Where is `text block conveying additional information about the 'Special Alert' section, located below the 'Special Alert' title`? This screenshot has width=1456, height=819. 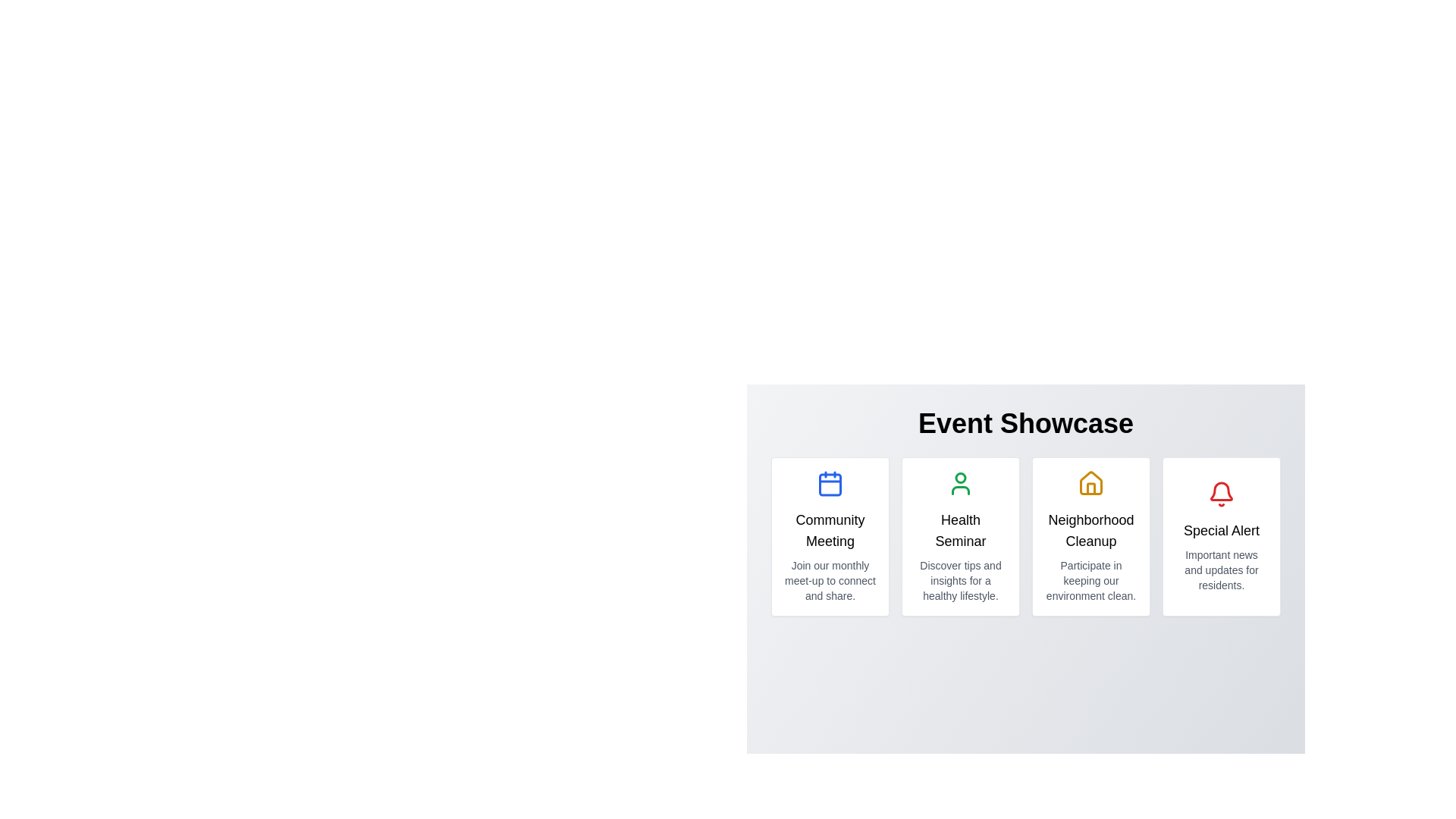
text block conveying additional information about the 'Special Alert' section, located below the 'Special Alert' title is located at coordinates (1222, 570).